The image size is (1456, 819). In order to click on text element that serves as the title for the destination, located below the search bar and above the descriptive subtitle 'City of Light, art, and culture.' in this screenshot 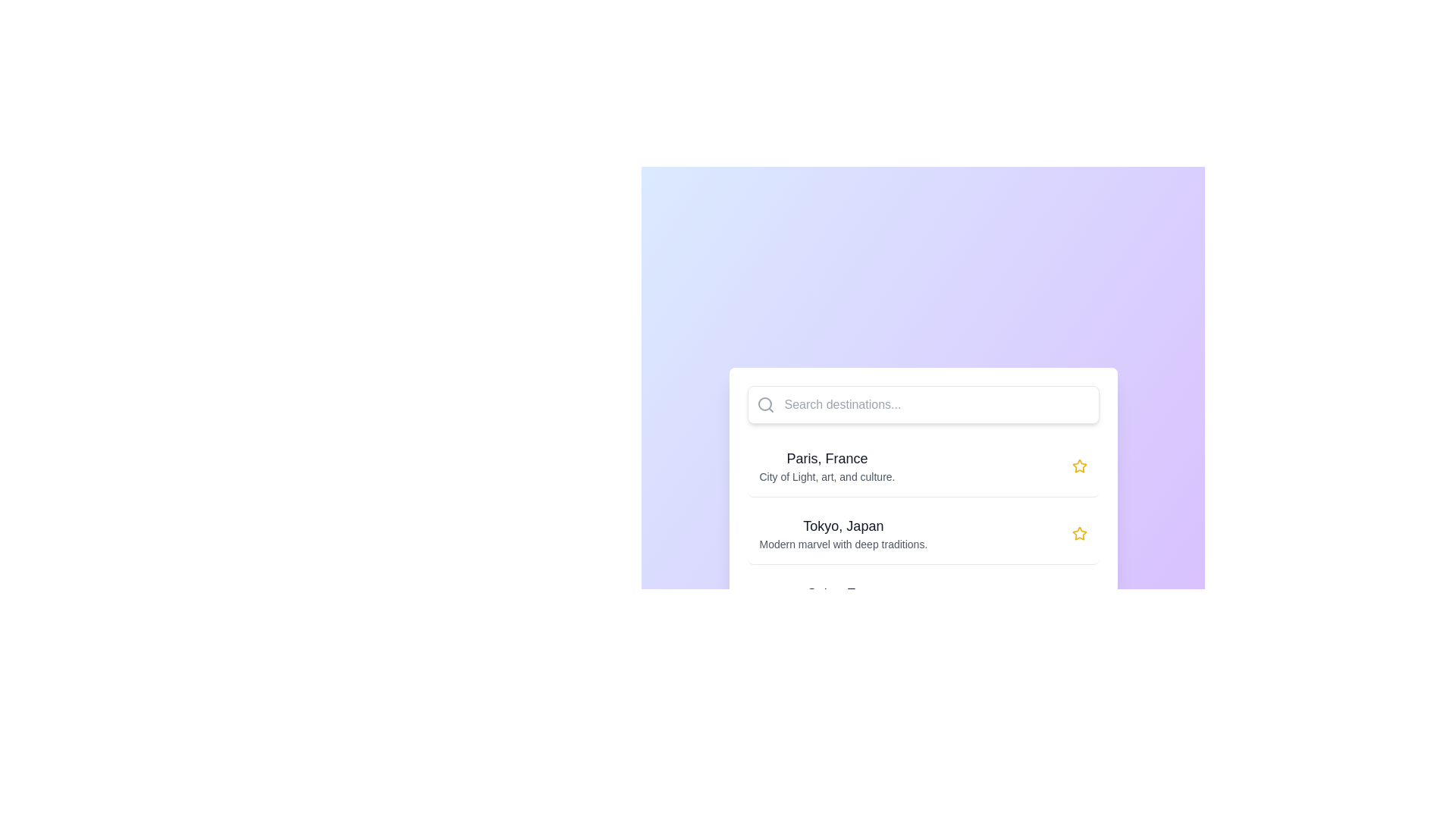, I will do `click(826, 457)`.